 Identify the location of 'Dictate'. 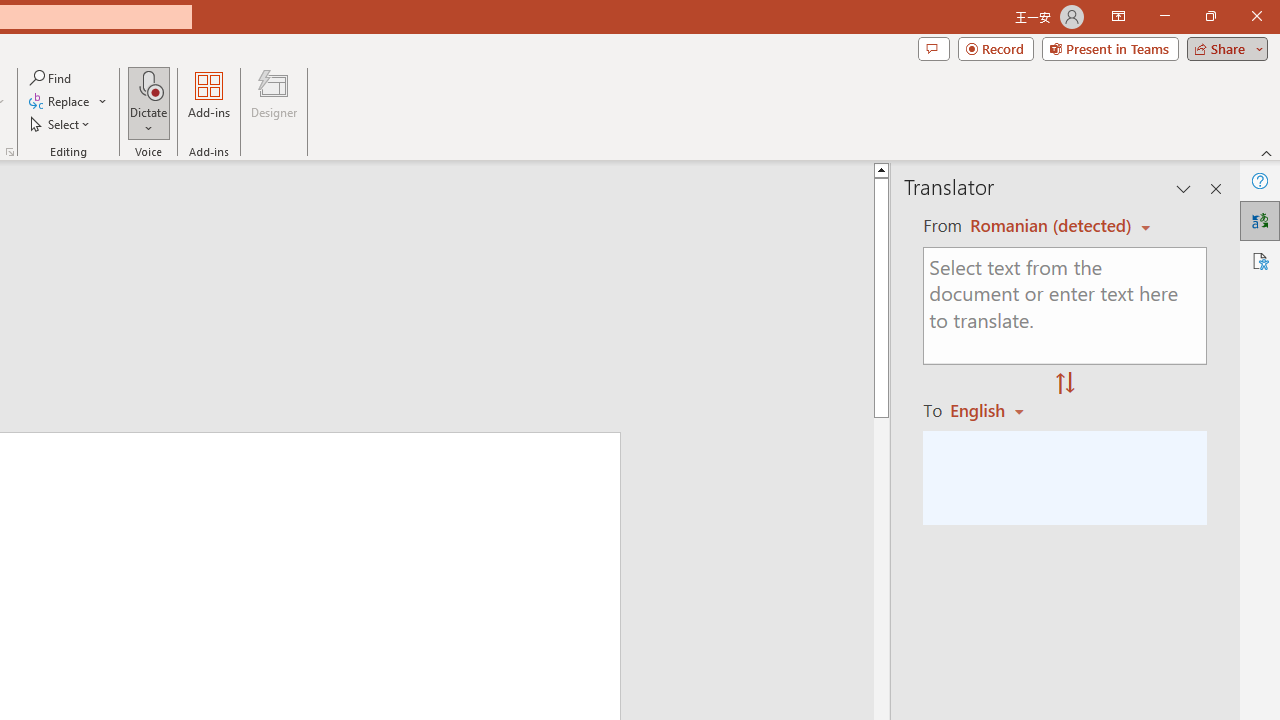
(148, 84).